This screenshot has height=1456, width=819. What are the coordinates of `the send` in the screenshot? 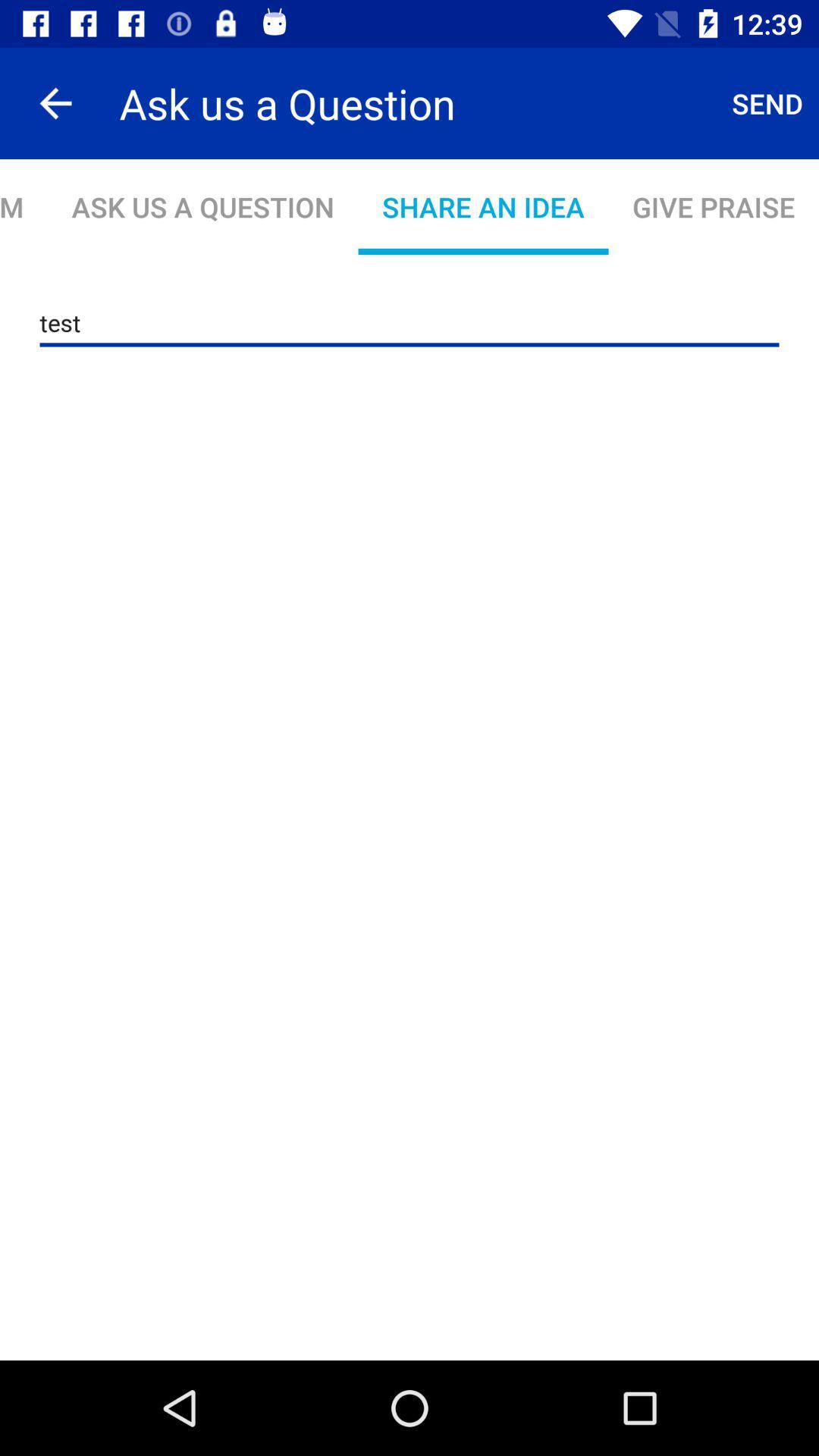 It's located at (767, 102).